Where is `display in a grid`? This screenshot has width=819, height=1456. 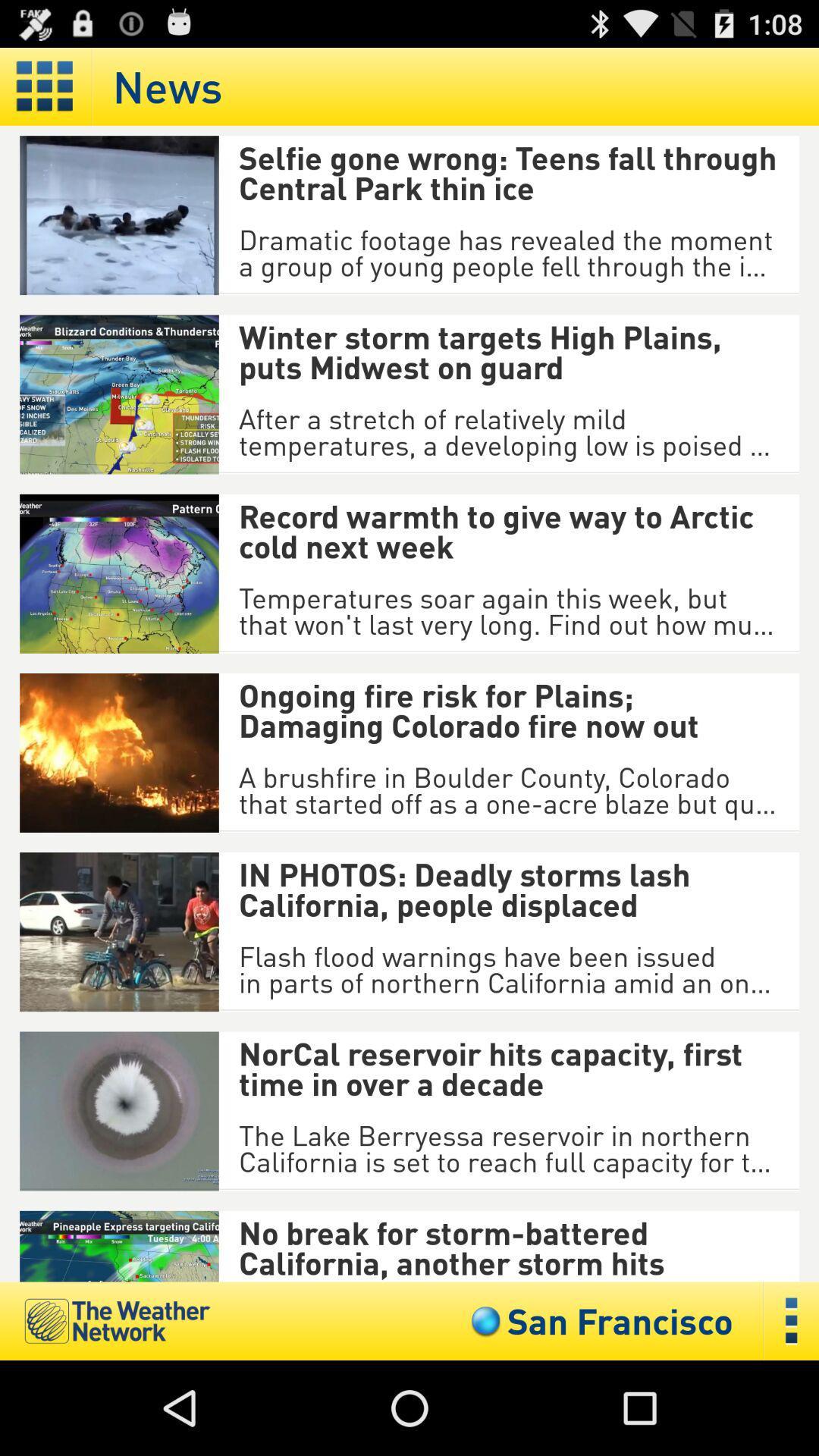 display in a grid is located at coordinates (45, 86).